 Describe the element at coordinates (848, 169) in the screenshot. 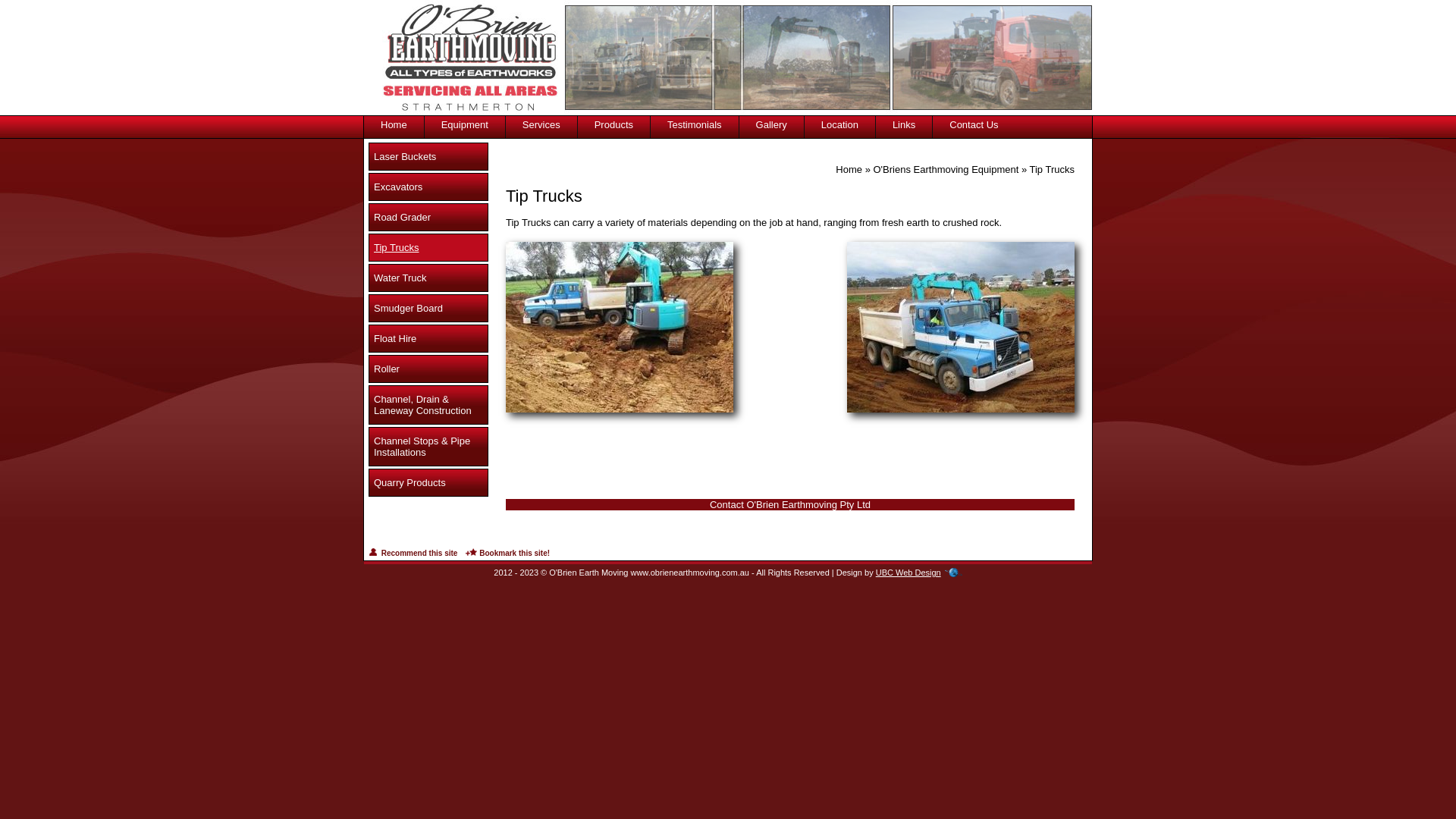

I see `'Home'` at that location.